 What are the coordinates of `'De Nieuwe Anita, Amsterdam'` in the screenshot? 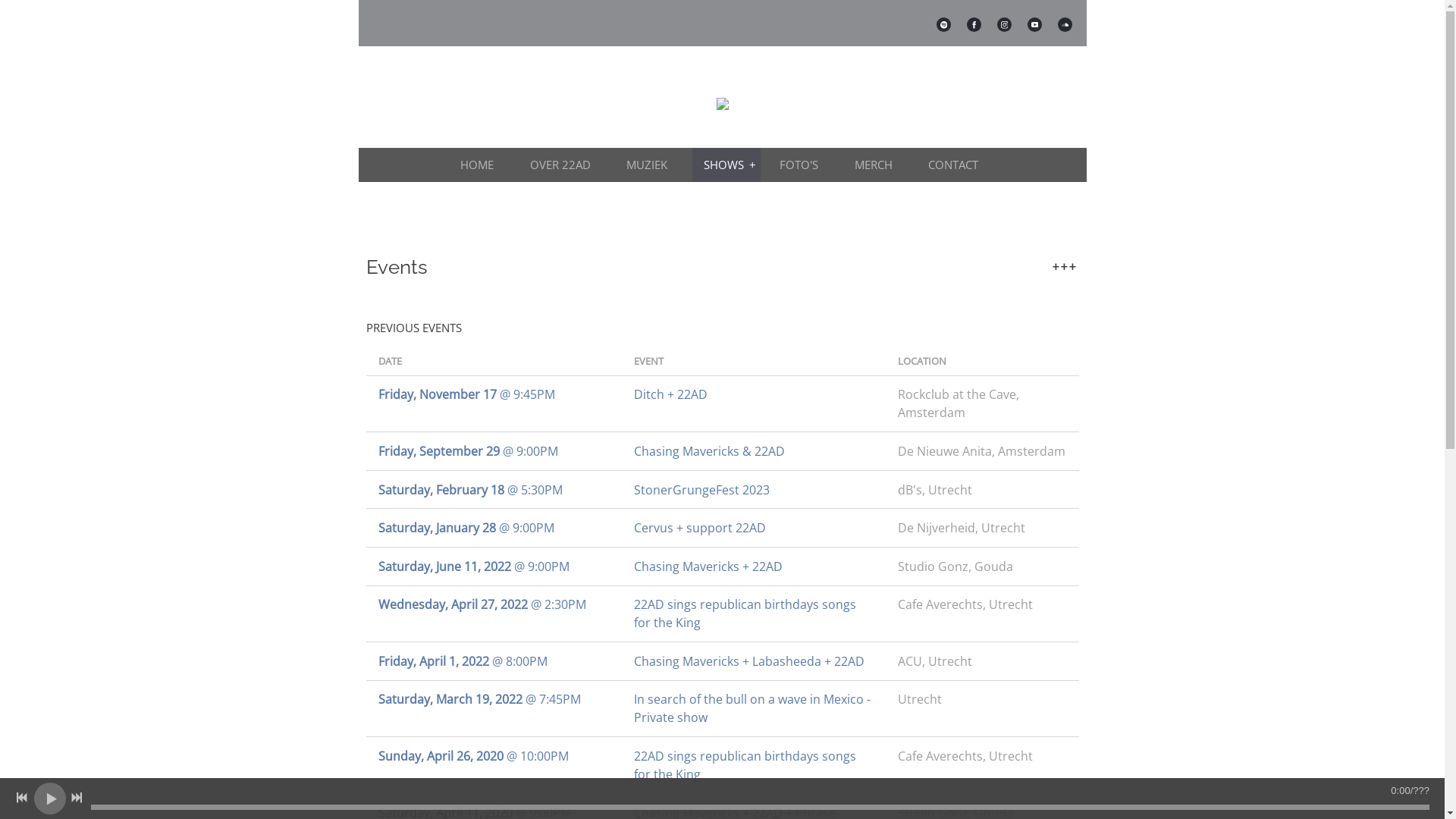 It's located at (982, 450).